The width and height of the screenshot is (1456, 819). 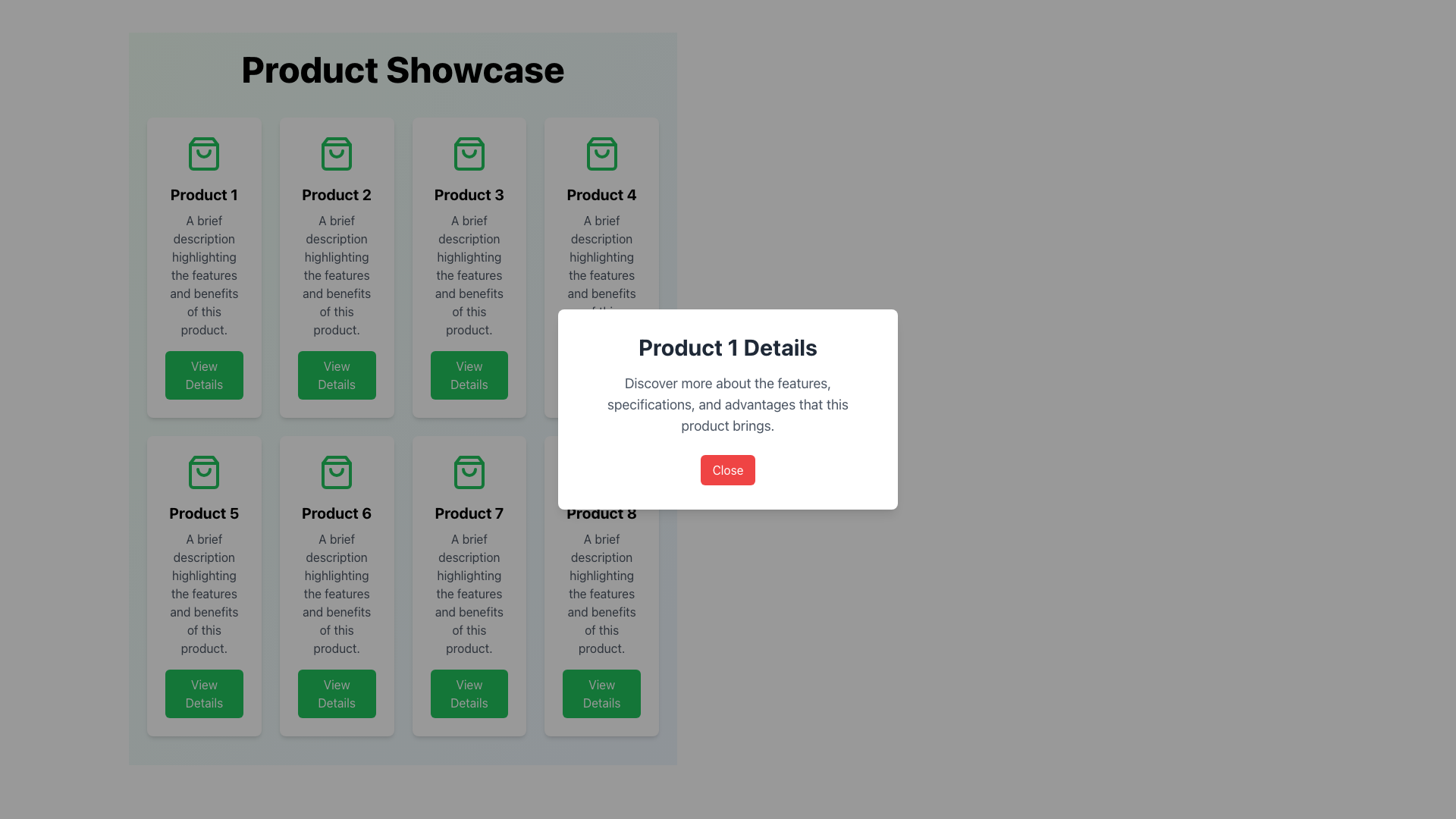 What do you see at coordinates (336, 693) in the screenshot?
I see `the rectangular green button labeled 'View Details' at the bottom center of the 'Product 6' card` at bounding box center [336, 693].